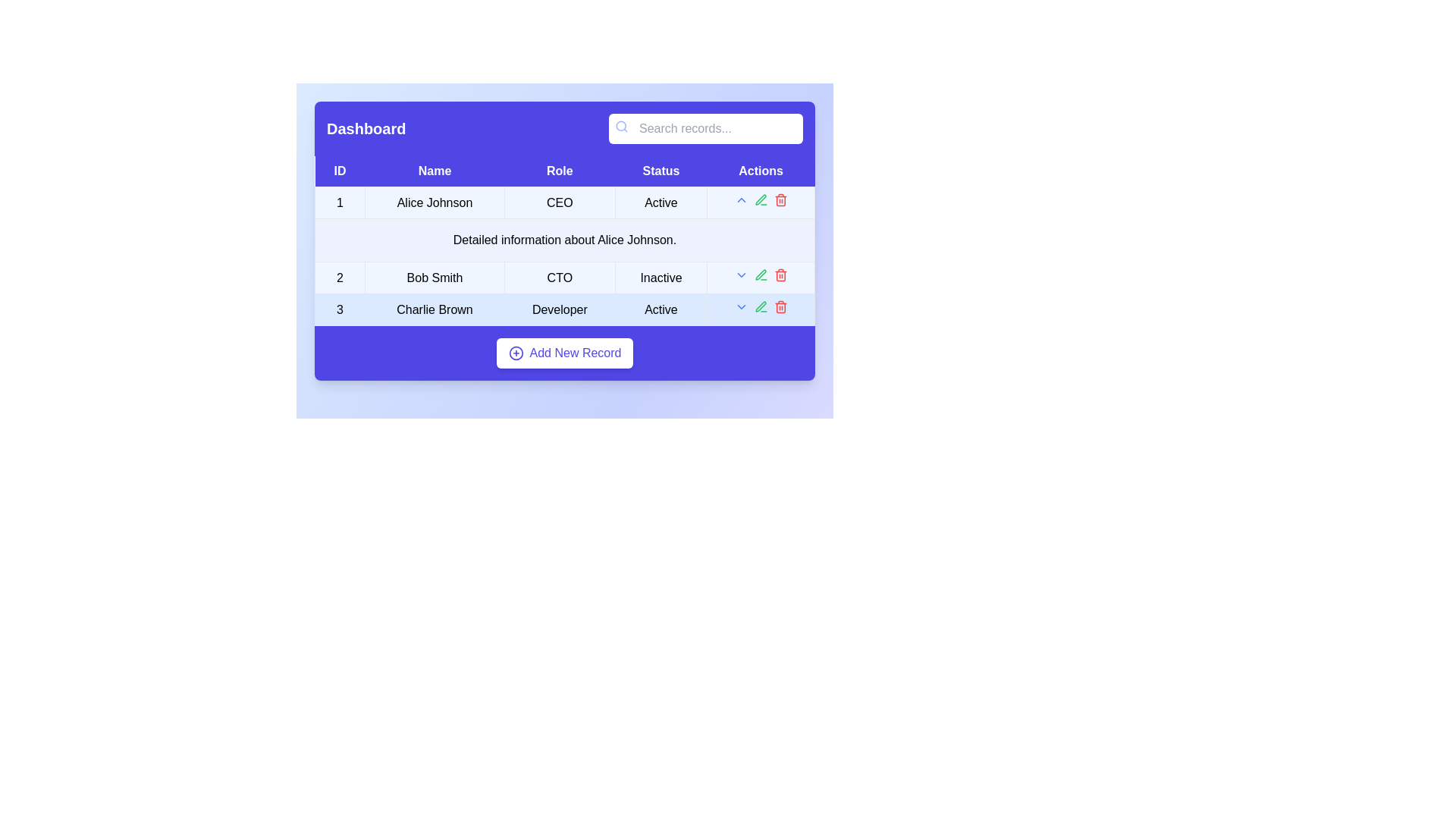 The height and width of the screenshot is (819, 1456). Describe the element at coordinates (339, 278) in the screenshot. I see `the text label displaying the character '2' which is the first cell in the second row of the table under the 'ID' column` at that location.